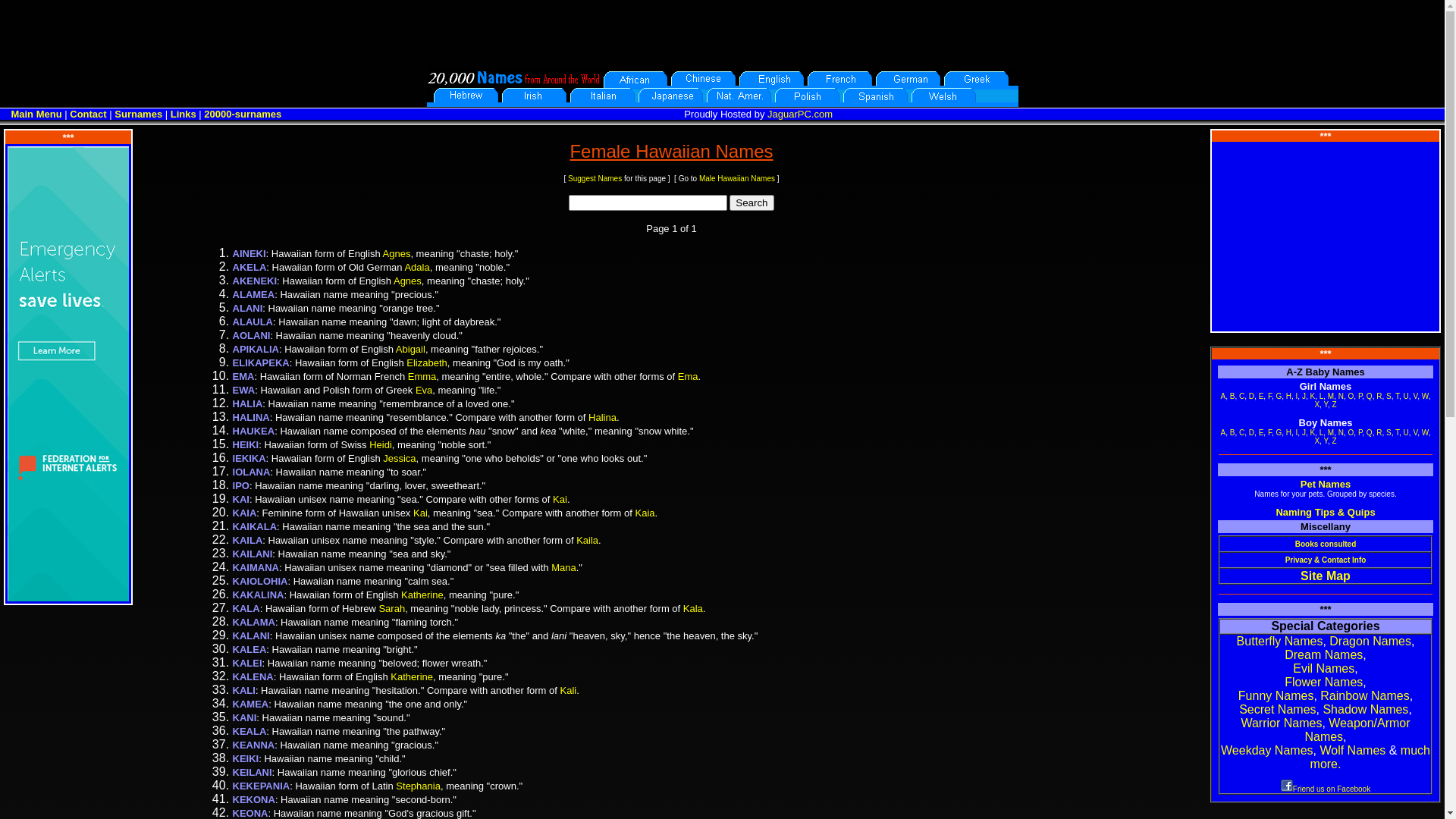  Describe the element at coordinates (243, 113) in the screenshot. I see `'20000-surnames'` at that location.